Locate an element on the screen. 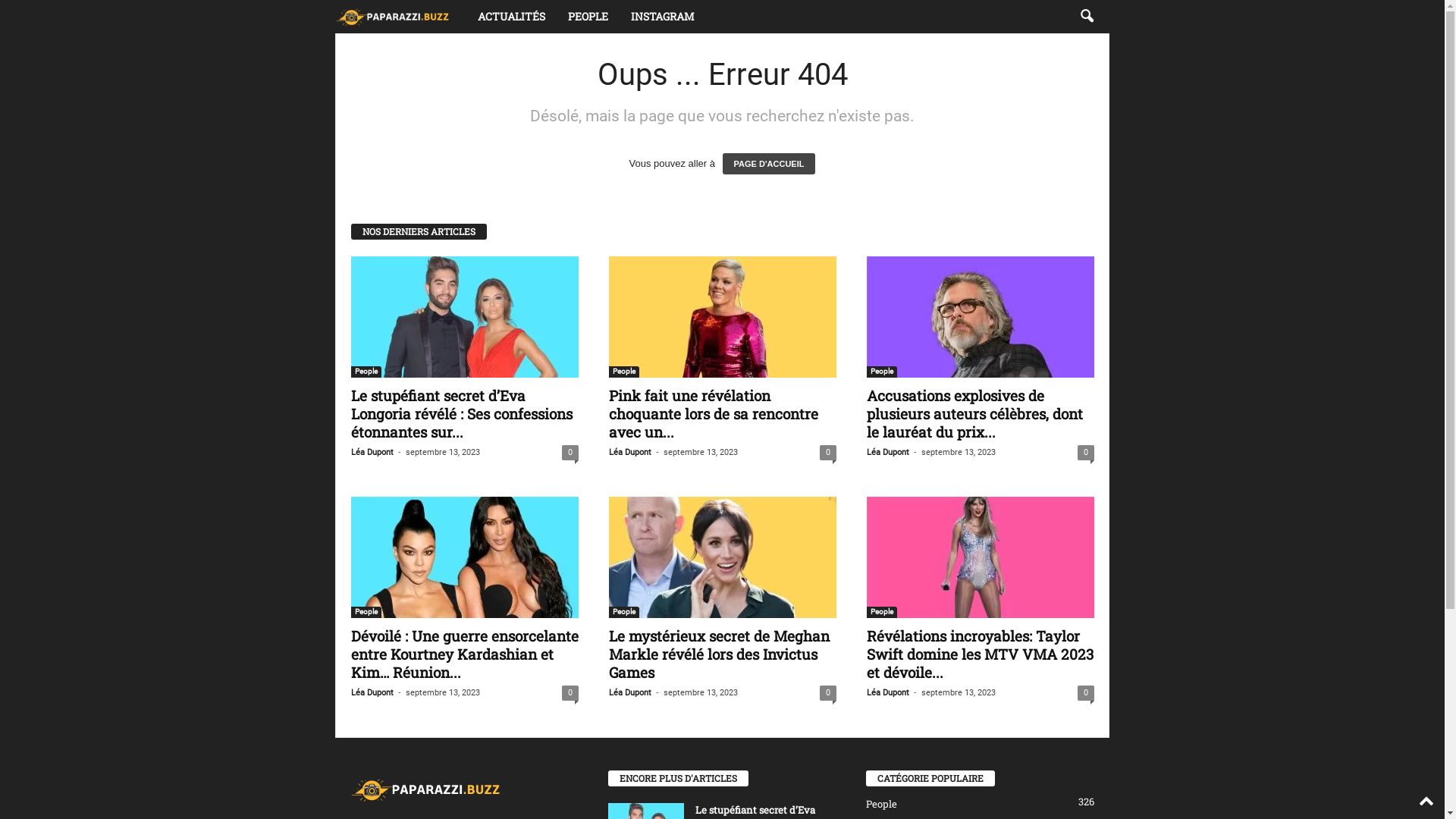 The height and width of the screenshot is (819, 1456). 'INSTAGRAM' is located at coordinates (619, 17).